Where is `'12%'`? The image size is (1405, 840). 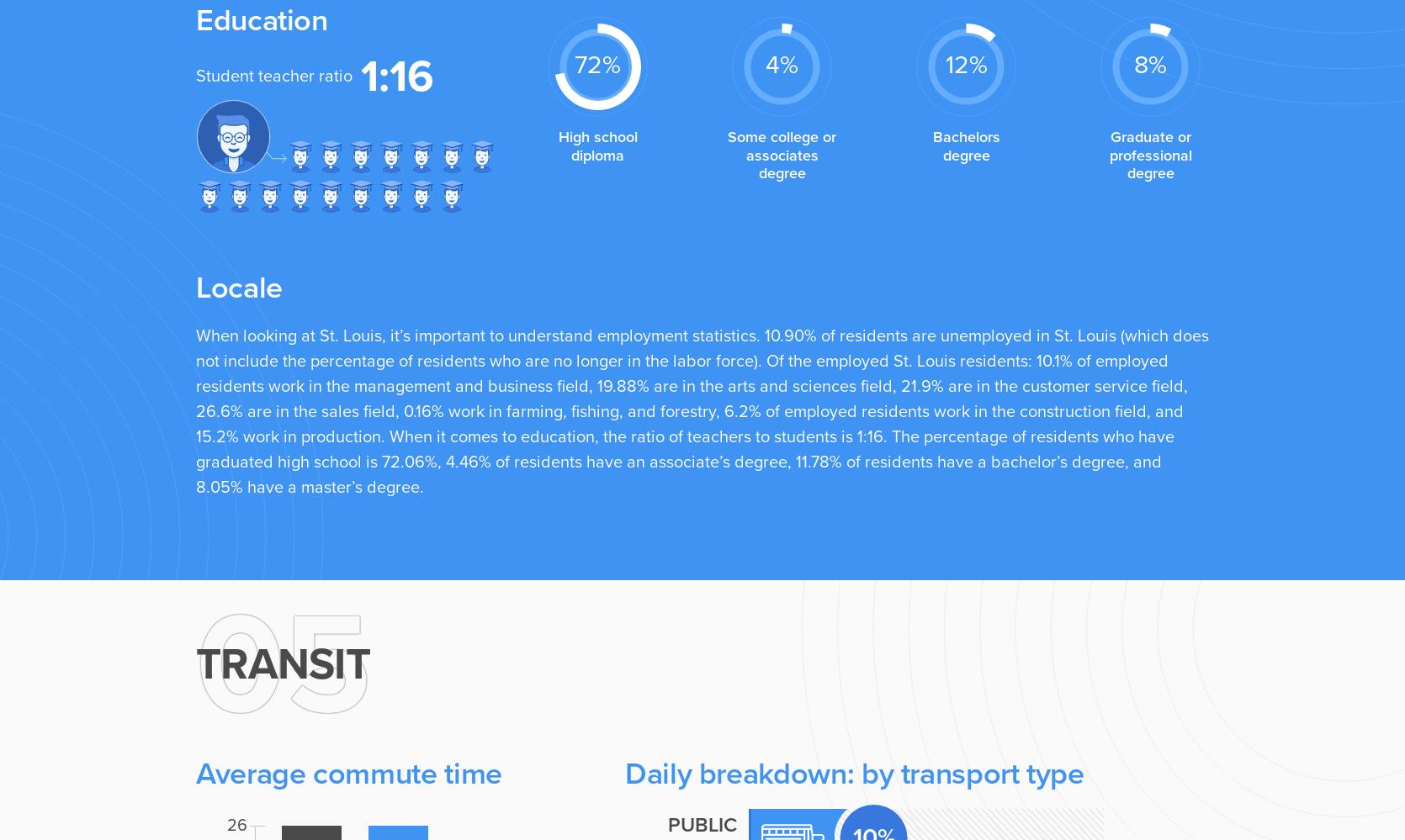
'12%' is located at coordinates (944, 63).